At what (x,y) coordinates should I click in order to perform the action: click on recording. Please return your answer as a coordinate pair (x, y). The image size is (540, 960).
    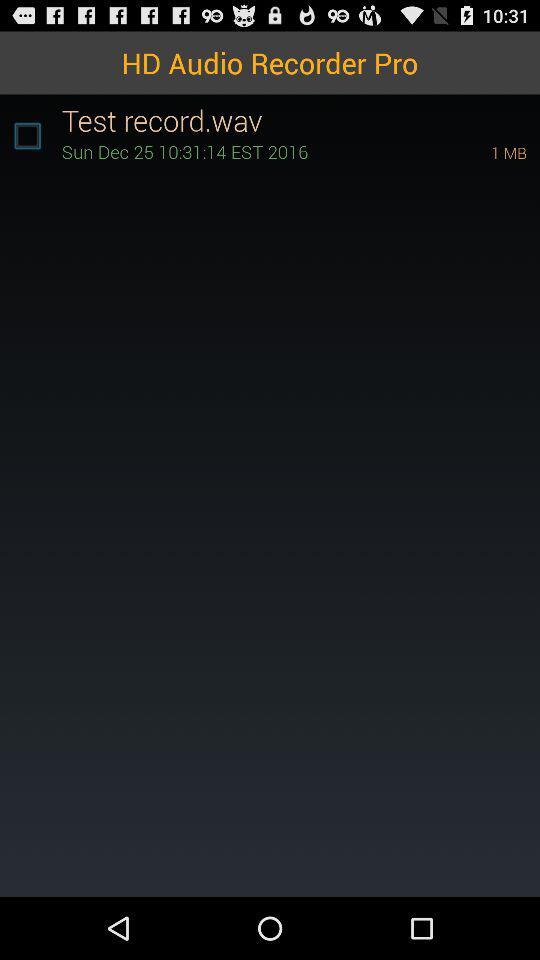
    Looking at the image, I should click on (26, 135).